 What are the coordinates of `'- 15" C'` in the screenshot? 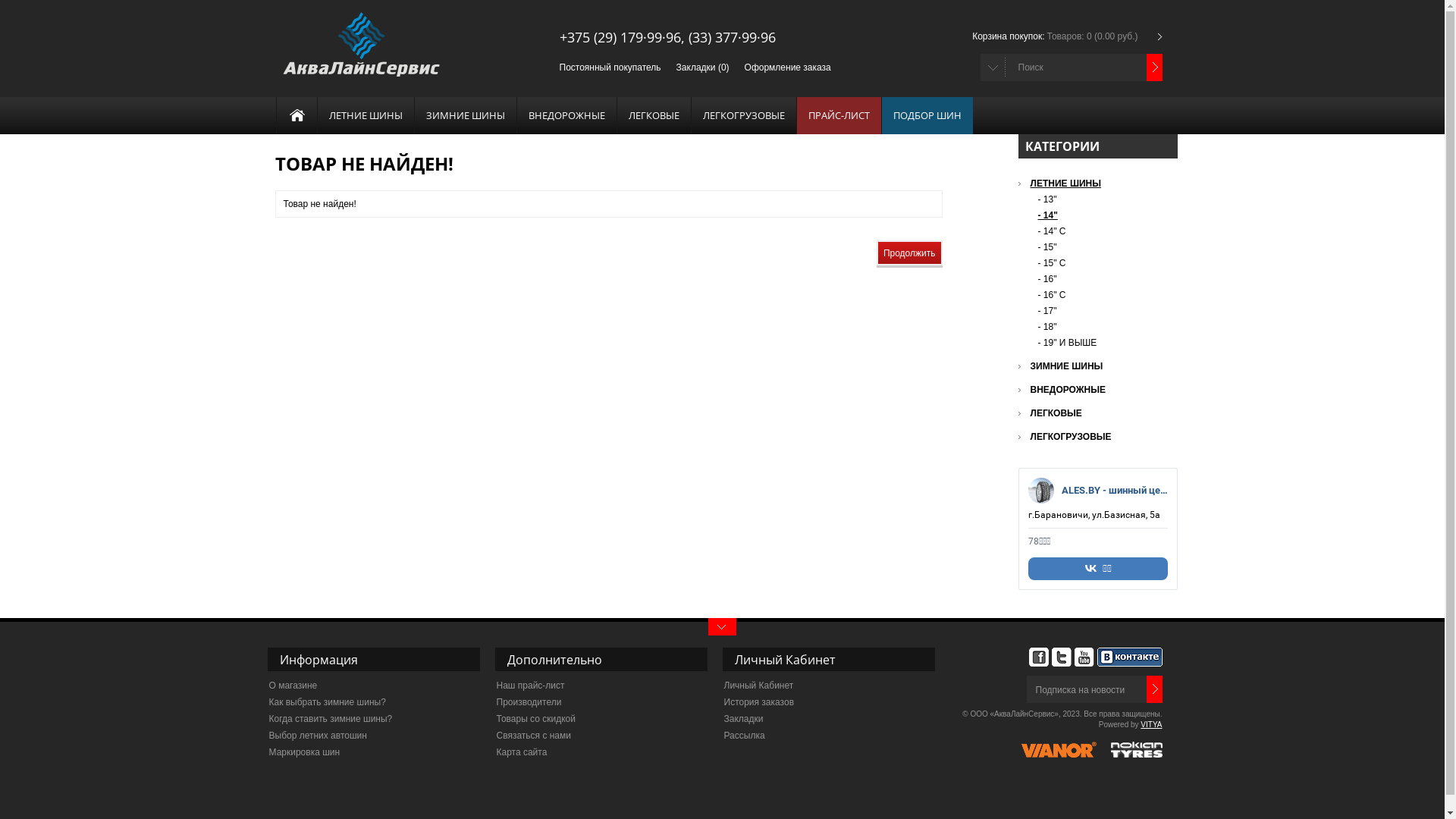 It's located at (1102, 262).